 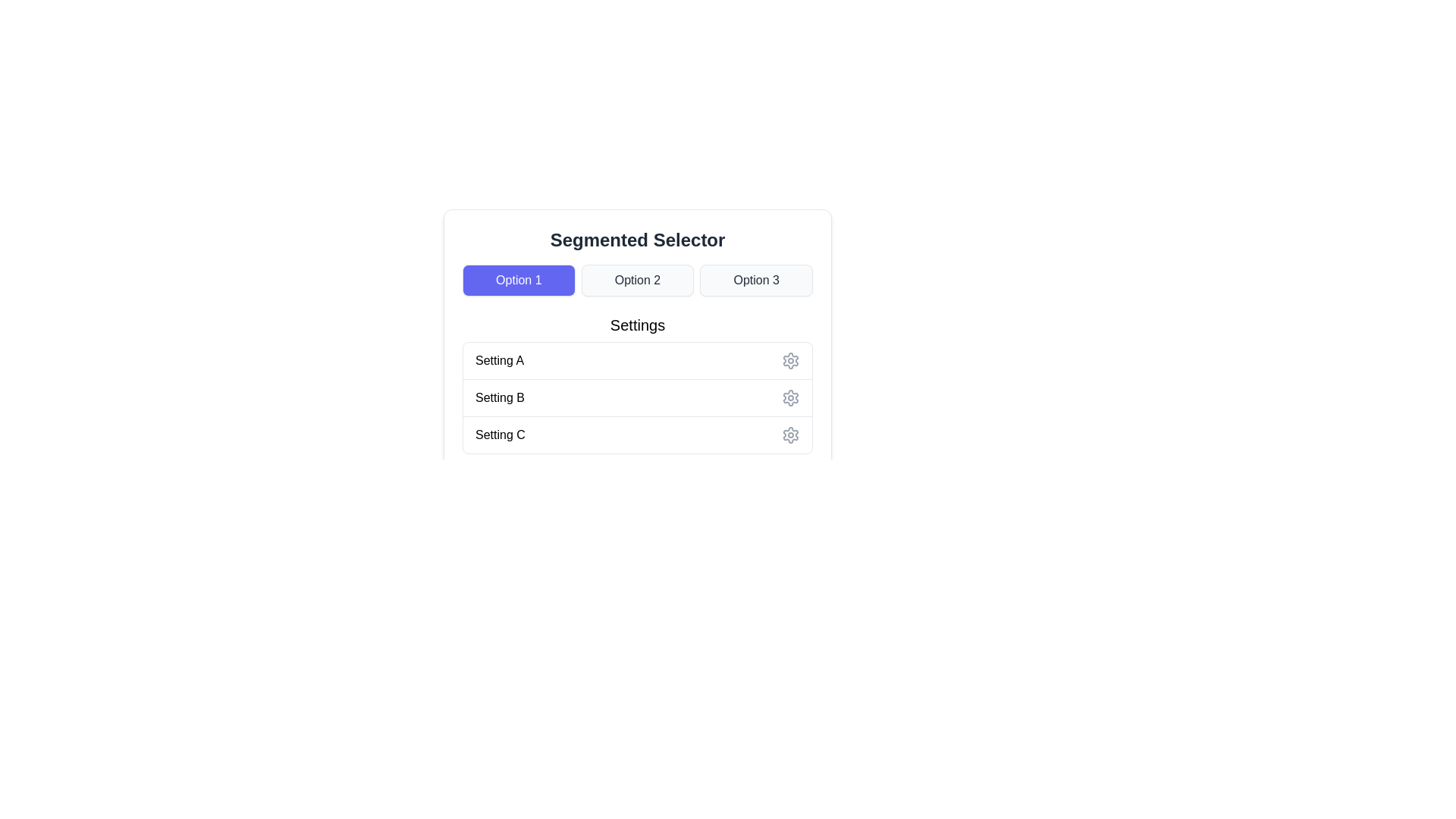 I want to click on the indigo 'Option 1' button with white text located at the top-left of the 'Segmented Selector' section, so click(x=519, y=281).